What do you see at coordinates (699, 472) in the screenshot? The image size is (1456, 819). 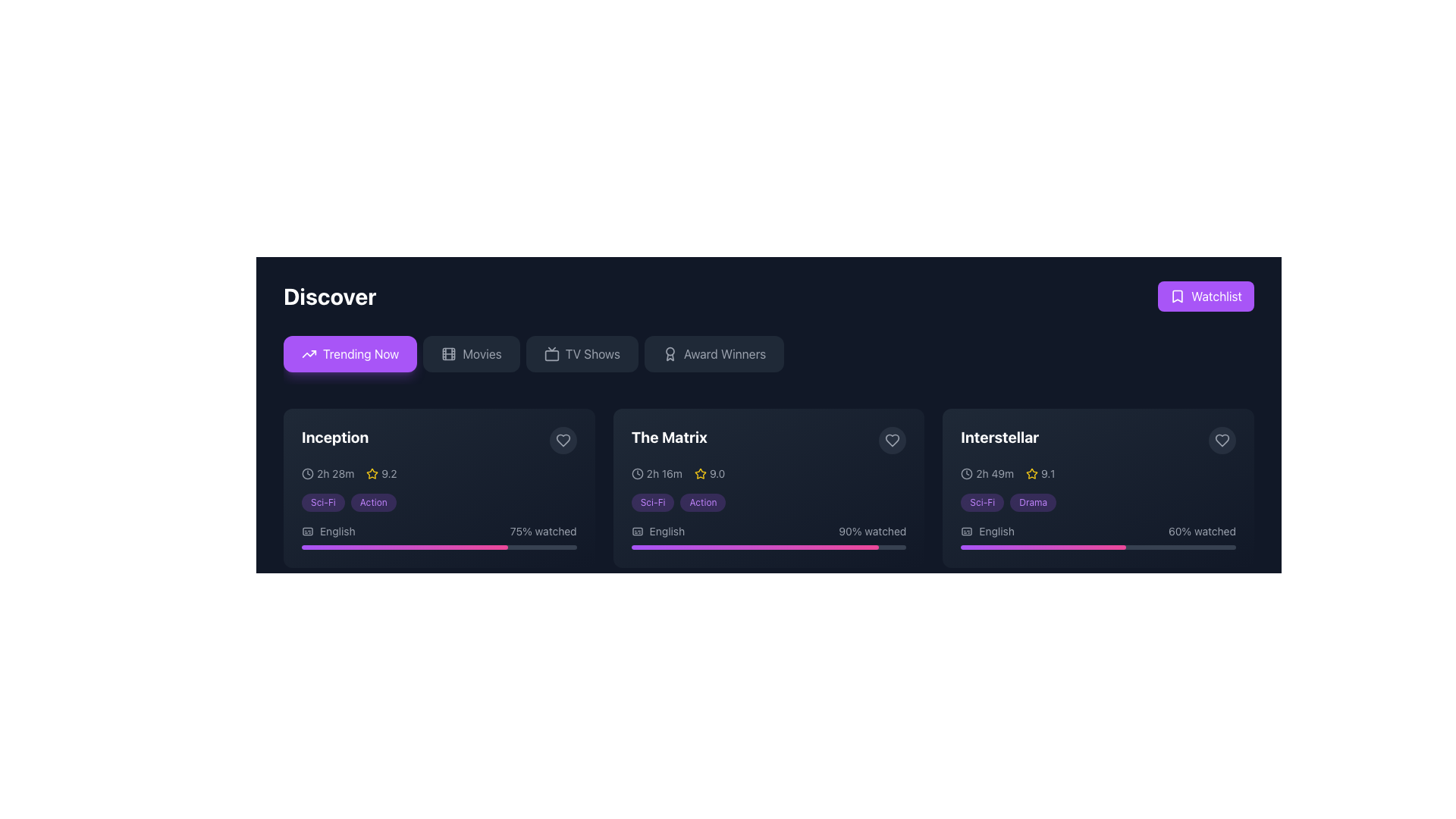 I see `the star icon representing the rating for the movie 'The Matrix' located adjacent to the numeric text '9.0'` at bounding box center [699, 472].